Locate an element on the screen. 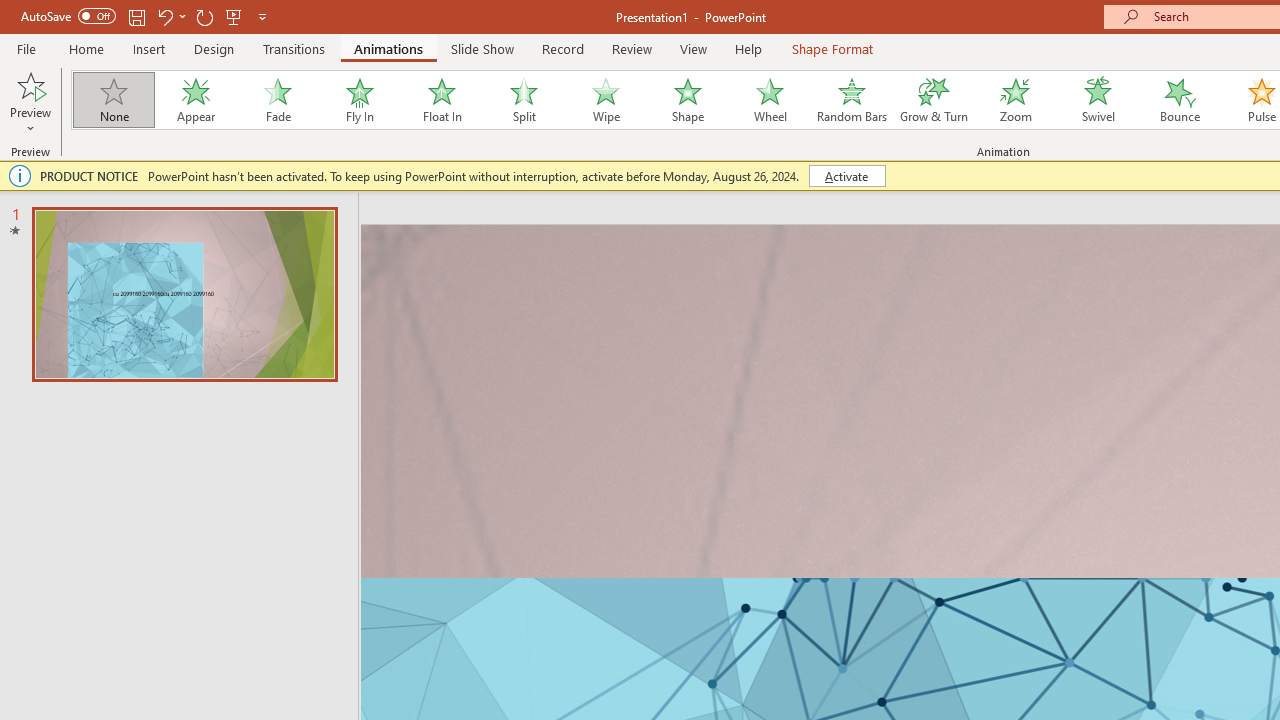 This screenshot has width=1280, height=720. 'Bounce' is located at coordinates (1180, 100).